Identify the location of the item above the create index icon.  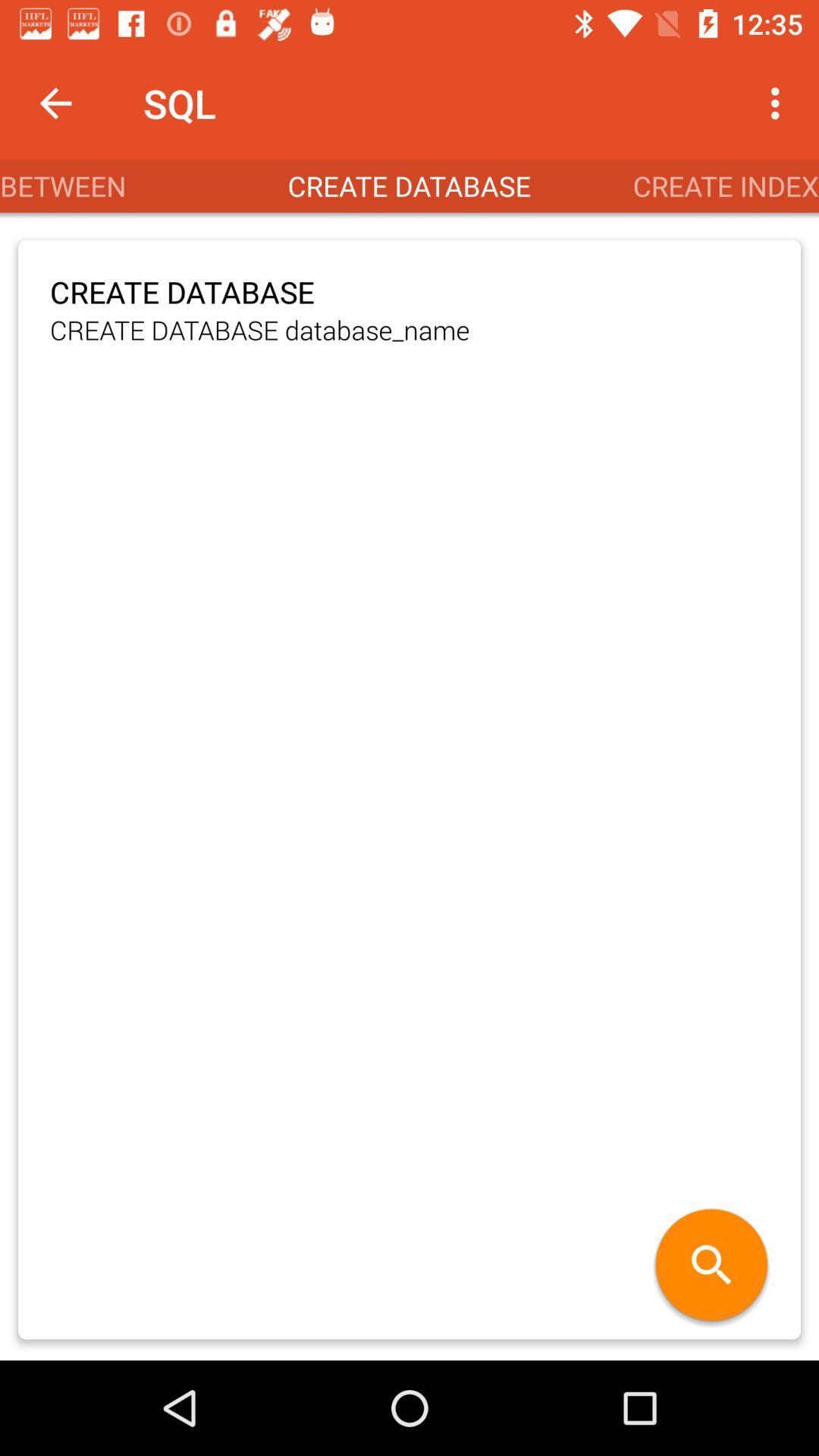
(779, 102).